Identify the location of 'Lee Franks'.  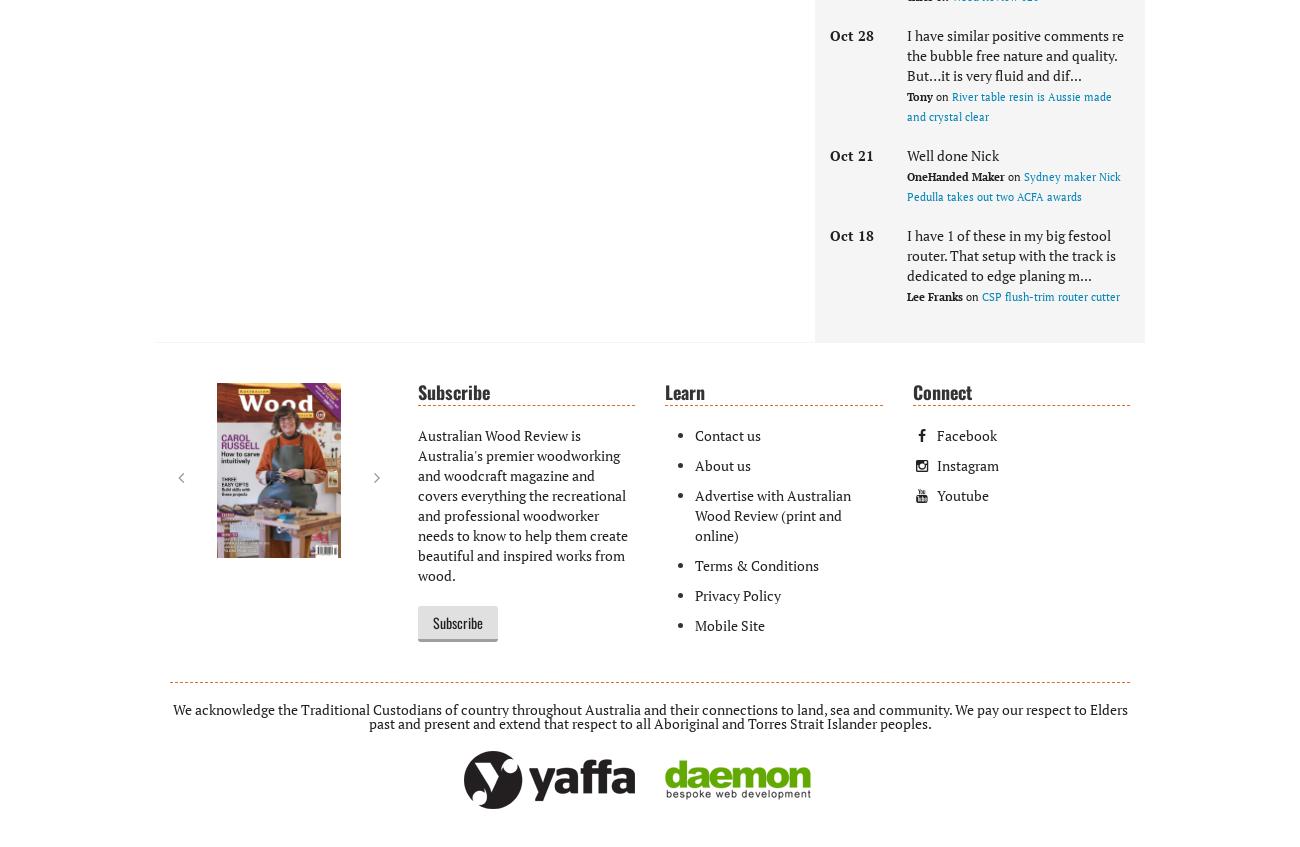
(906, 295).